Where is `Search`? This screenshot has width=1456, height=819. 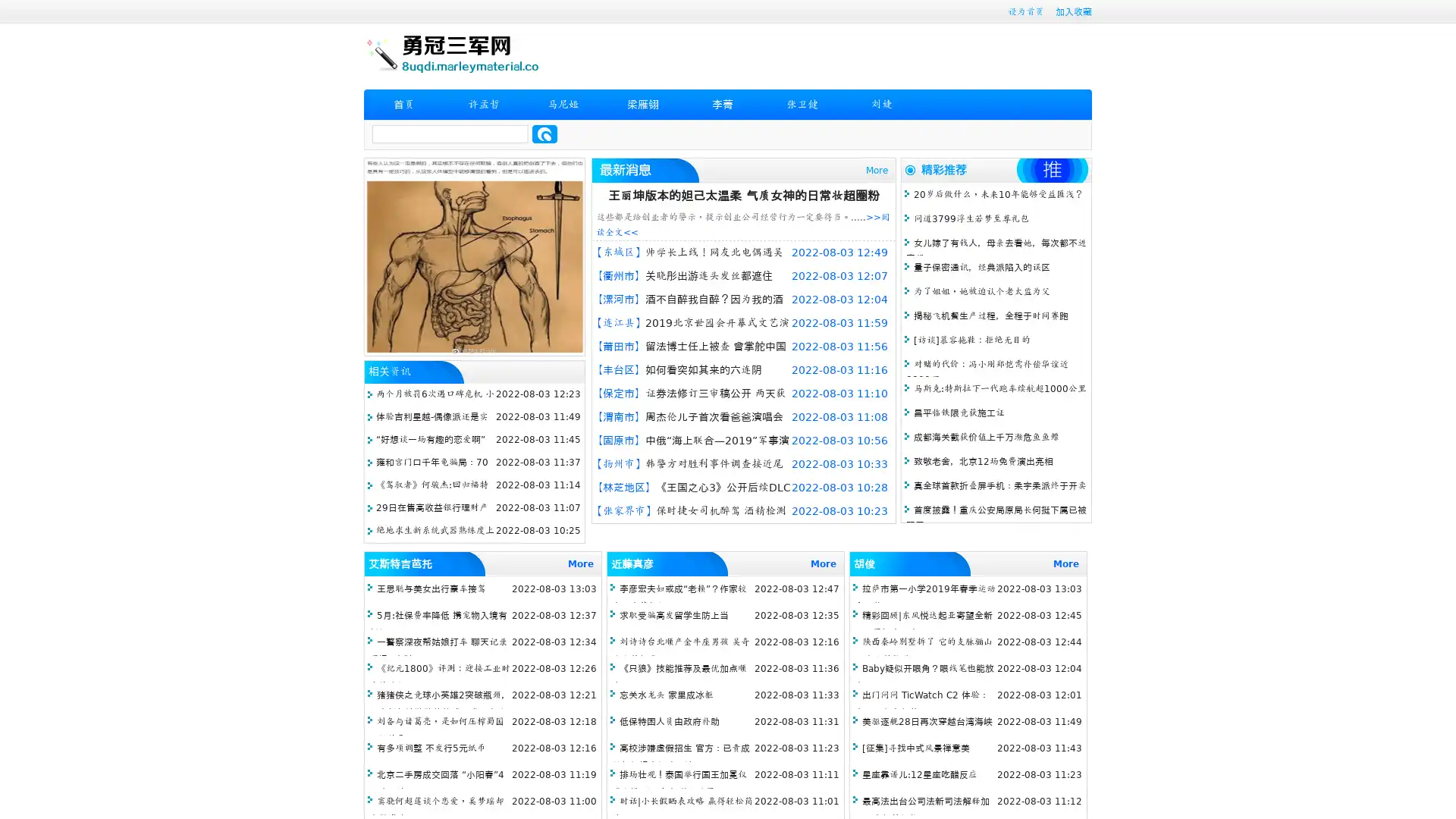 Search is located at coordinates (544, 133).